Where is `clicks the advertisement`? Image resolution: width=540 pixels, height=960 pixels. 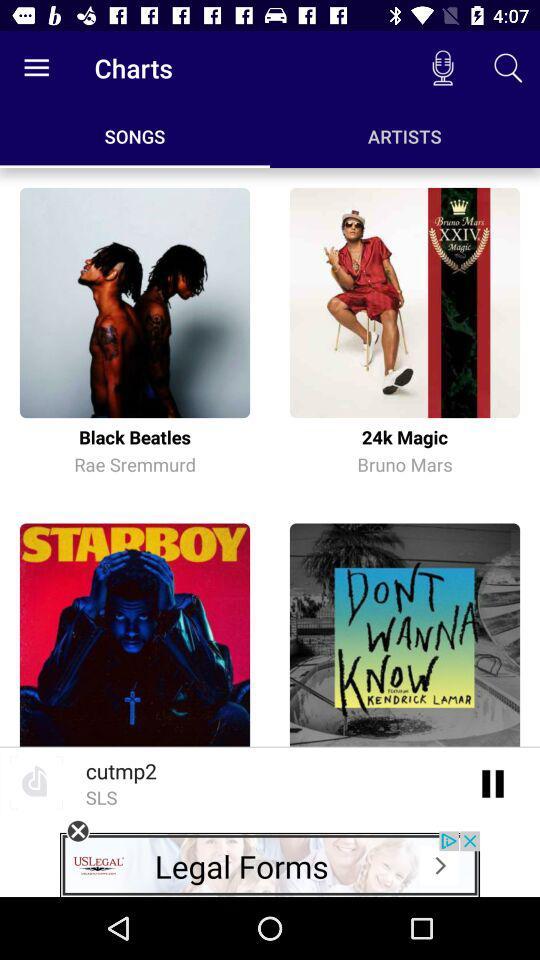
clicks the advertisement is located at coordinates (270, 863).